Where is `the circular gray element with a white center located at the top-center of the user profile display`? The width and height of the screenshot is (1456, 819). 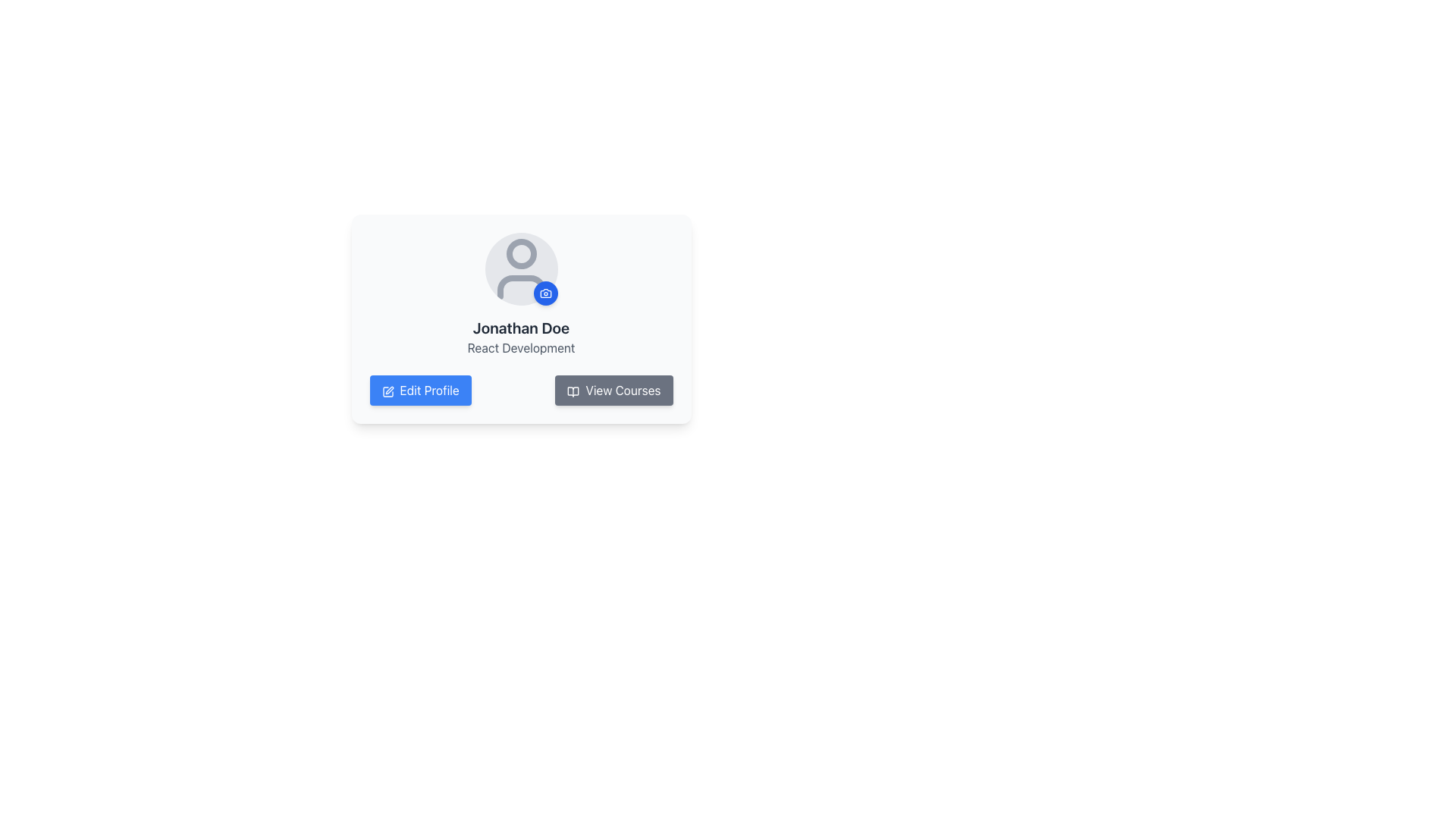
the circular gray element with a white center located at the top-center of the user profile display is located at coordinates (521, 253).